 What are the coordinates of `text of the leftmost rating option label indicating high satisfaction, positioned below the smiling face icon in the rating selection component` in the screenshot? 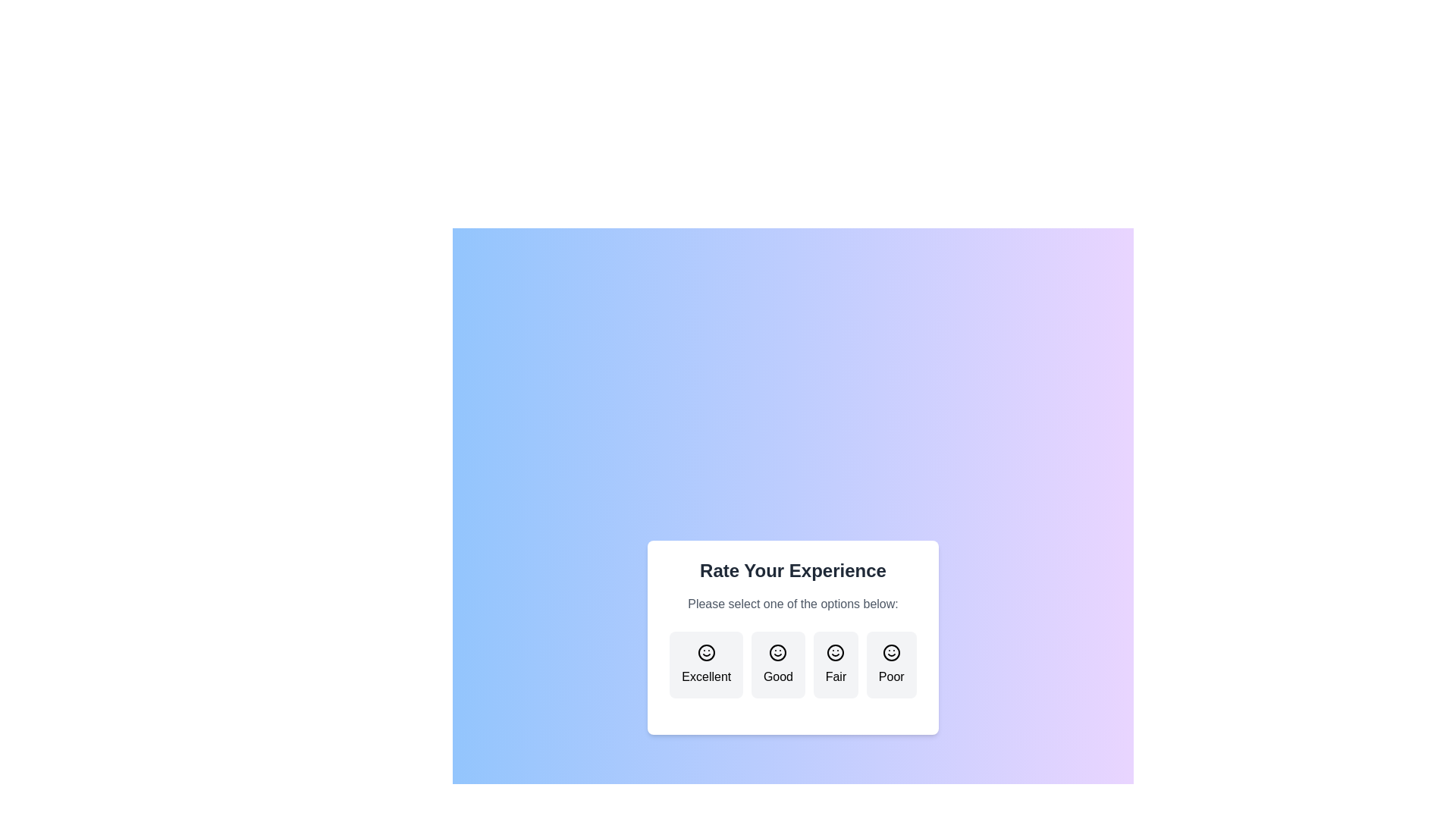 It's located at (705, 676).